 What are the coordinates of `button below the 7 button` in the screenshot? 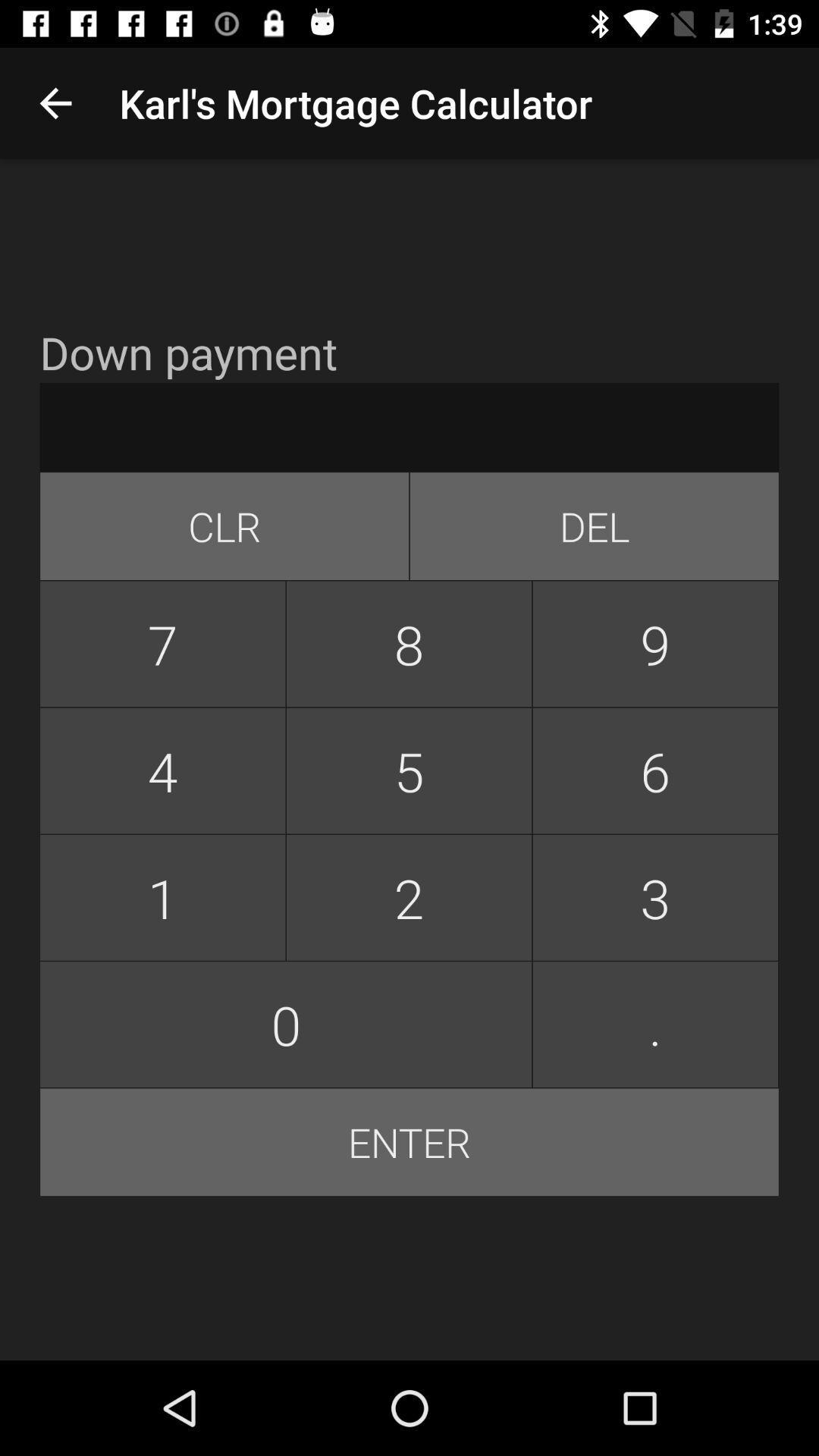 It's located at (162, 770).